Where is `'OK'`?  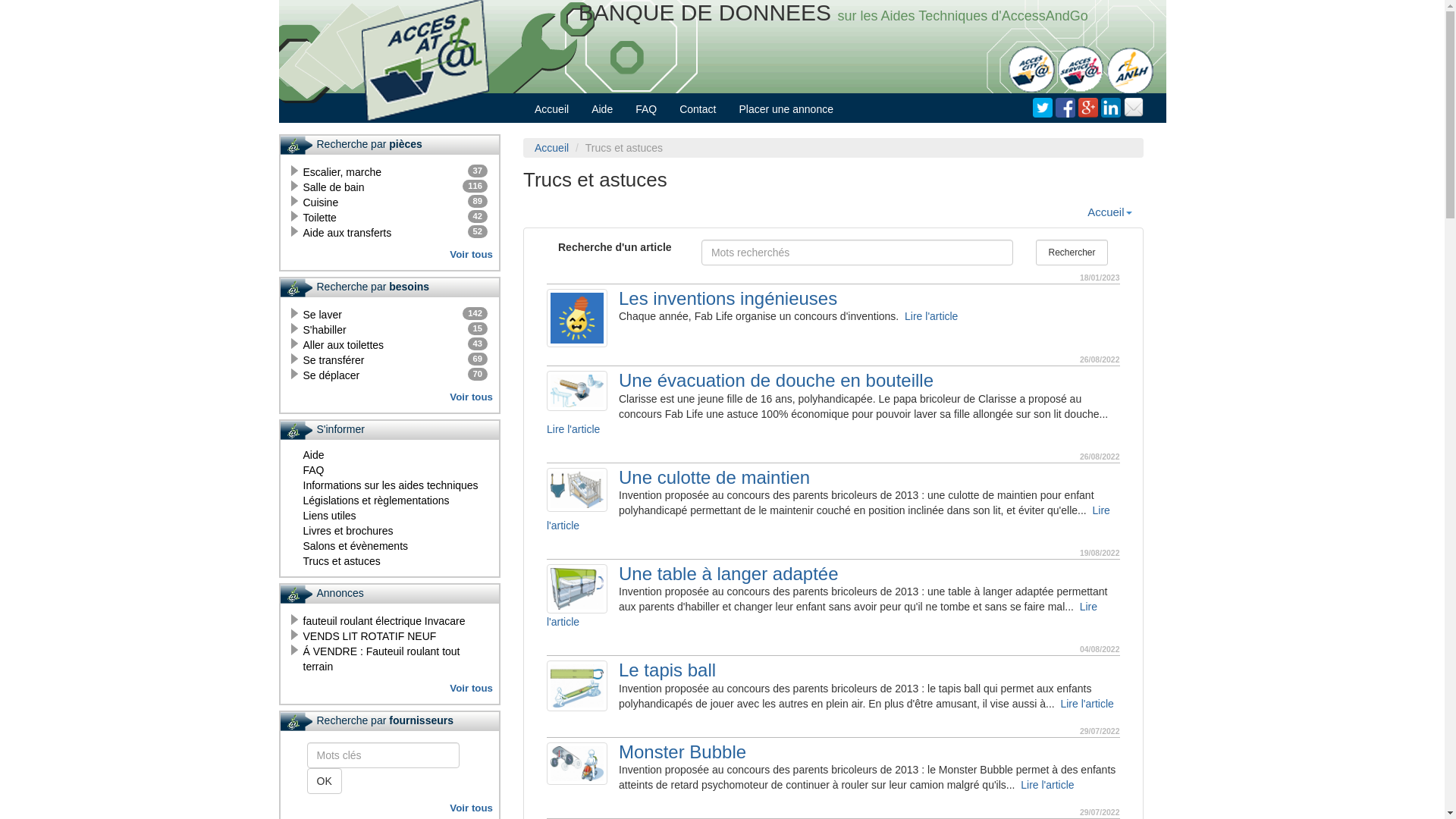
'OK' is located at coordinates (305, 780).